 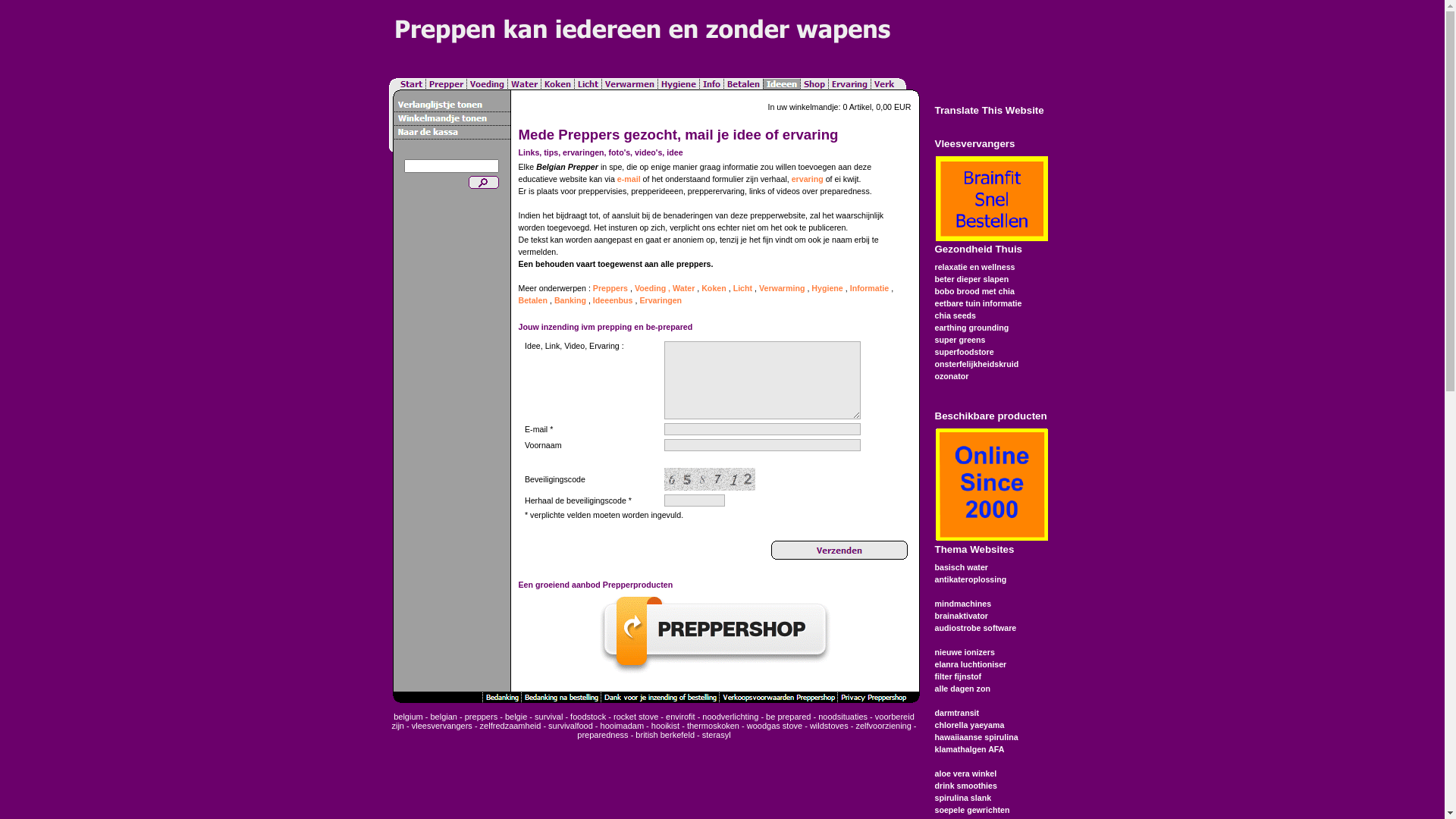 I want to click on 'chia seeds', so click(x=954, y=315).